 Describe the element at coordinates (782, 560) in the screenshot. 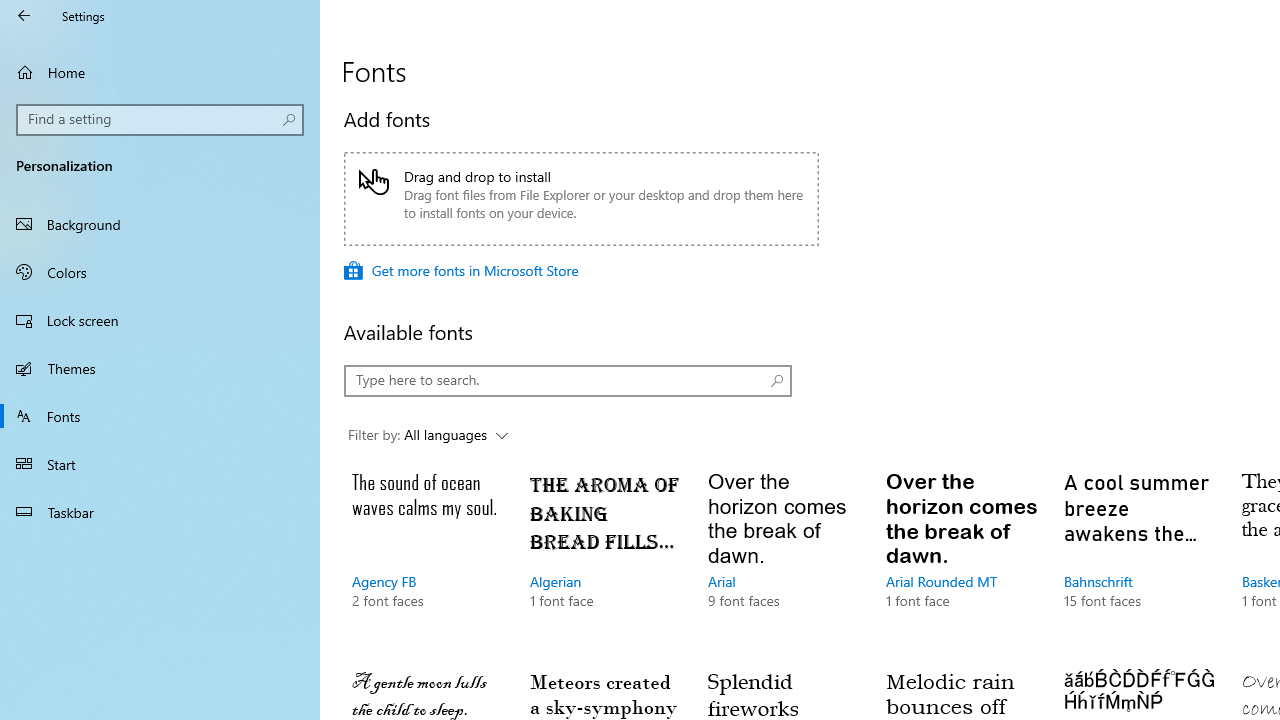

I see `'Arial, 9 font faces'` at that location.